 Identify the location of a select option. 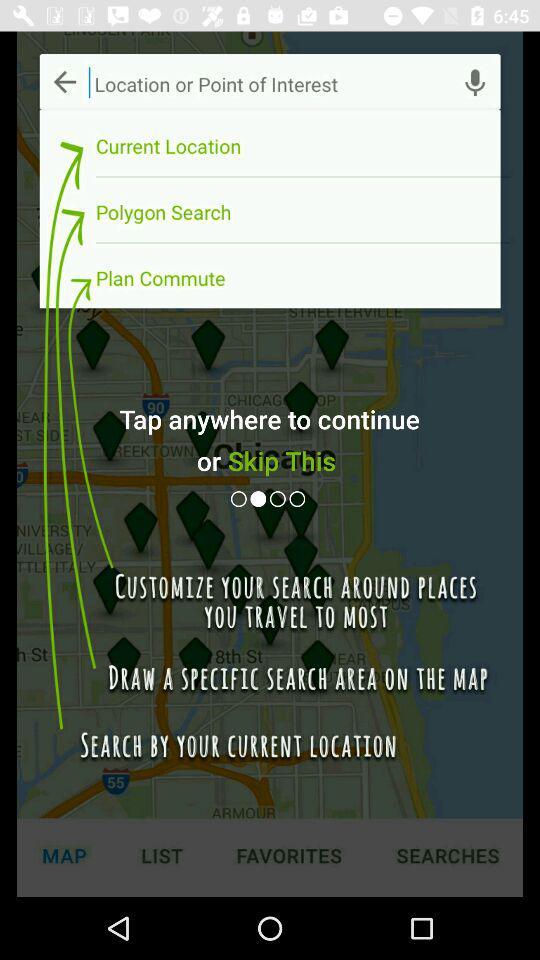
(298, 498).